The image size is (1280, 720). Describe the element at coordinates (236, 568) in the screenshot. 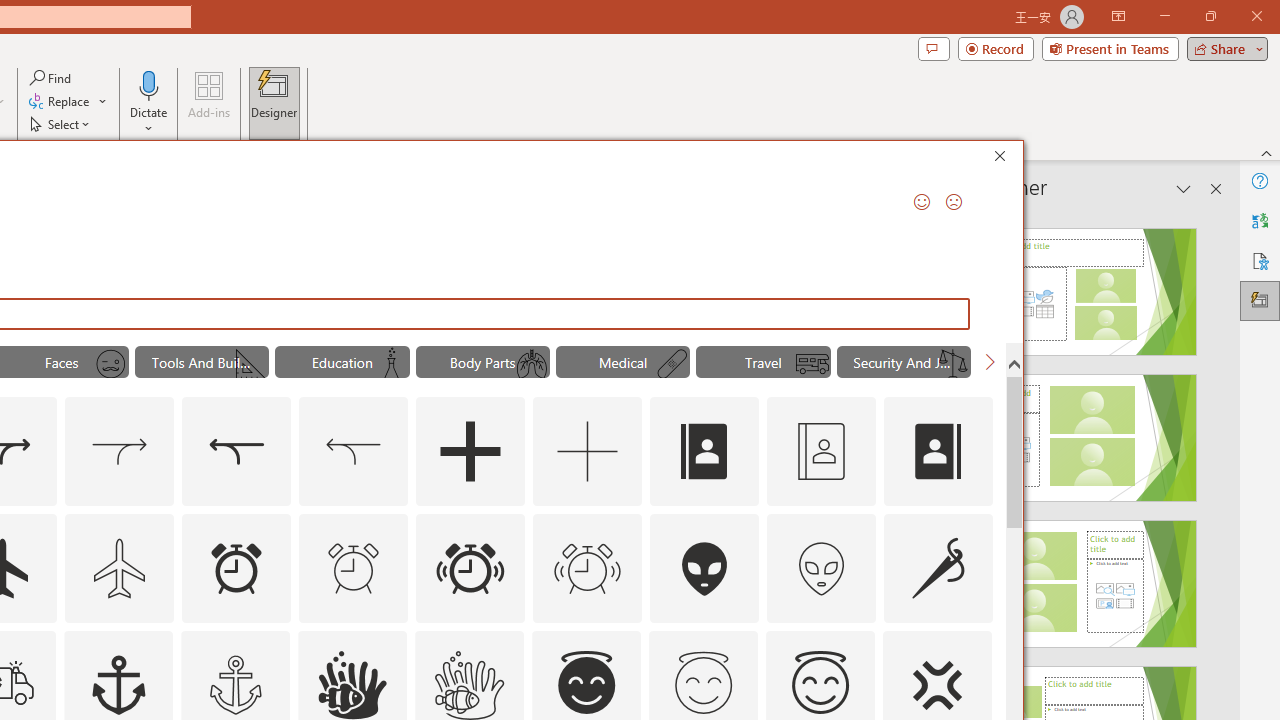

I see `'AutomationID: Icons_AlarmClock'` at that location.